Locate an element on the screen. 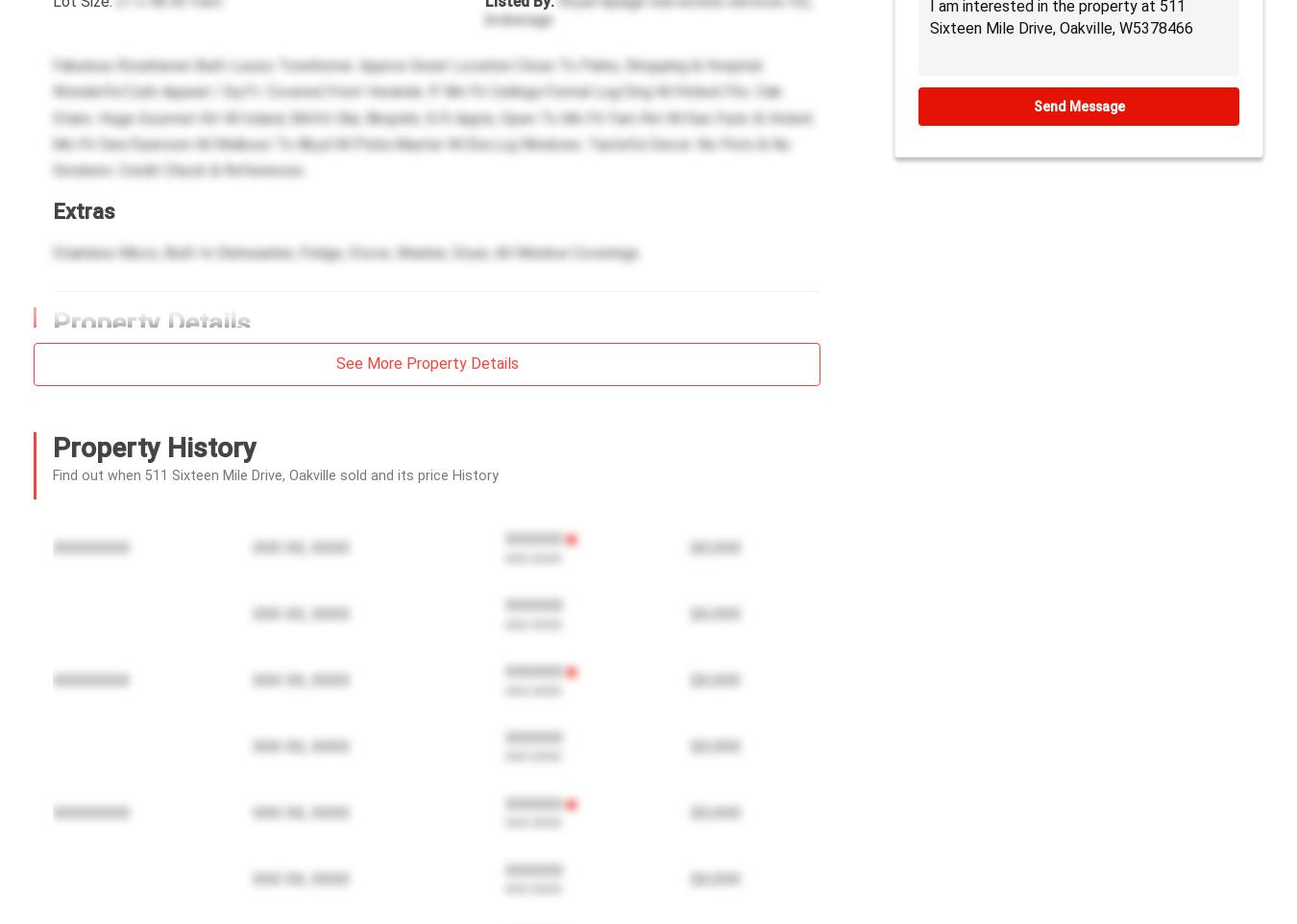  '2-Storey' is located at coordinates (126, 866).